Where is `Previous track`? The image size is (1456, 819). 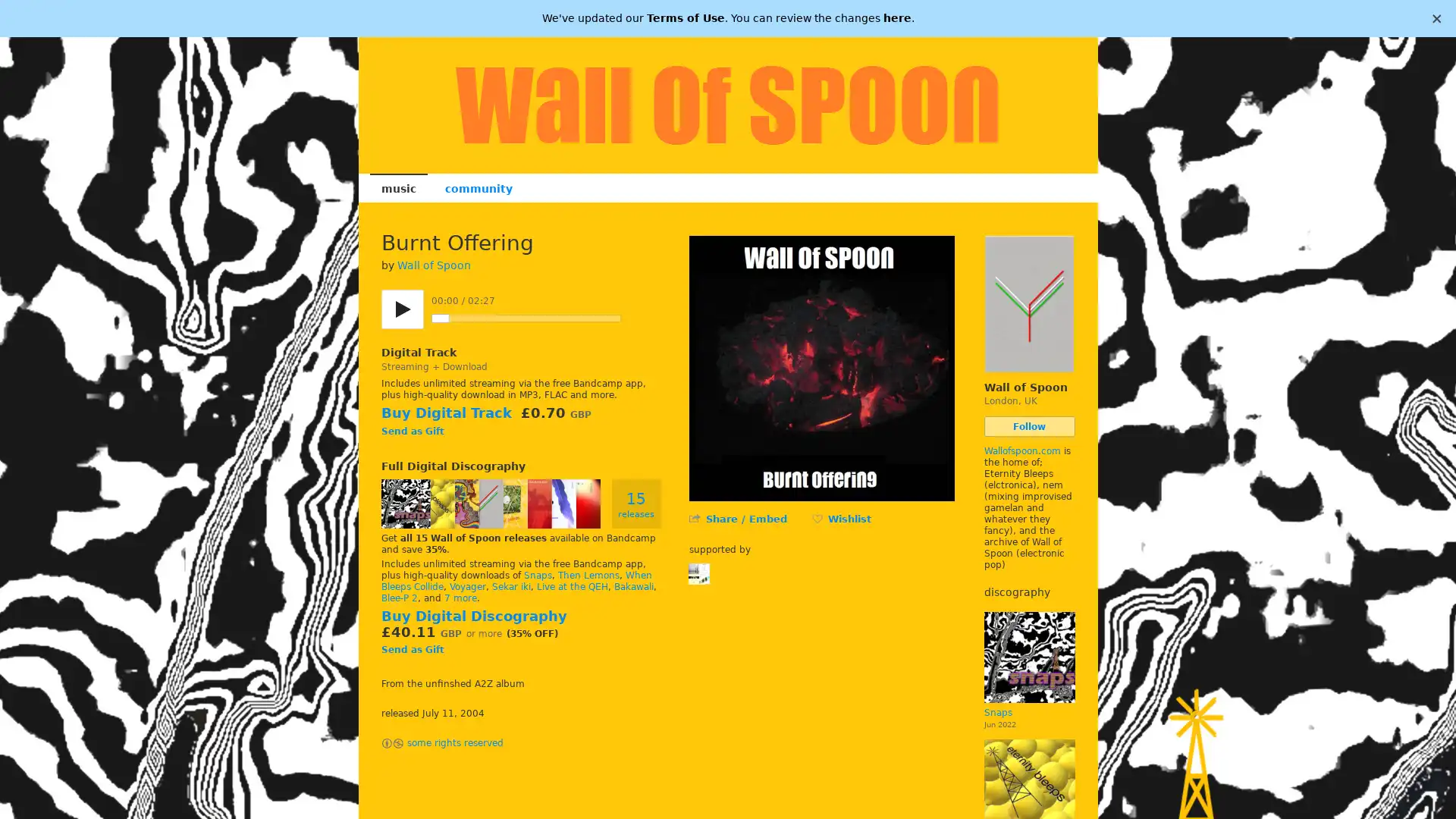
Previous track is located at coordinates (635, 318).